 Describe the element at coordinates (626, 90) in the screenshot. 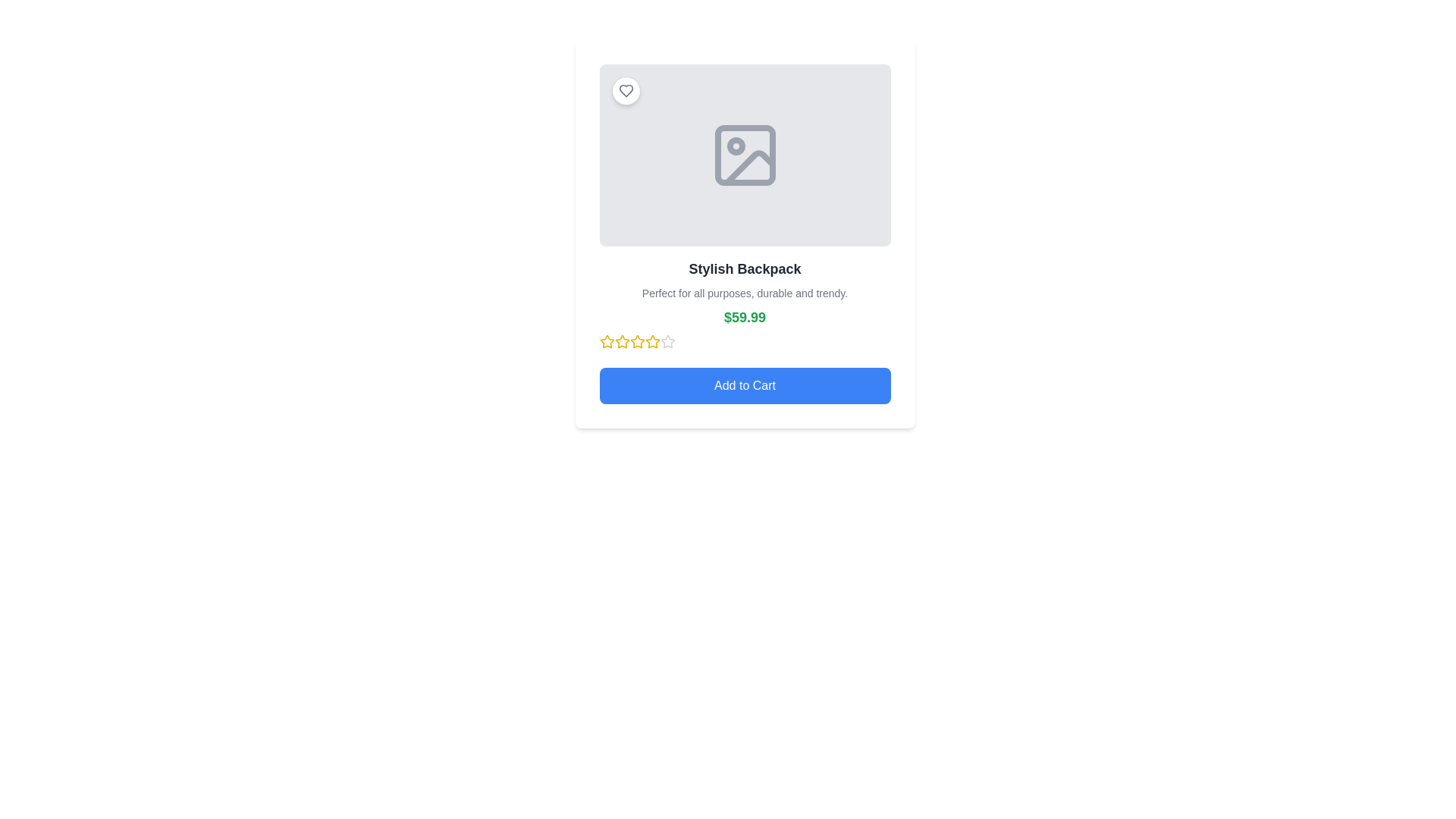

I see `the heart icon used to mark the product as a favorite for accessibility interactions` at that location.